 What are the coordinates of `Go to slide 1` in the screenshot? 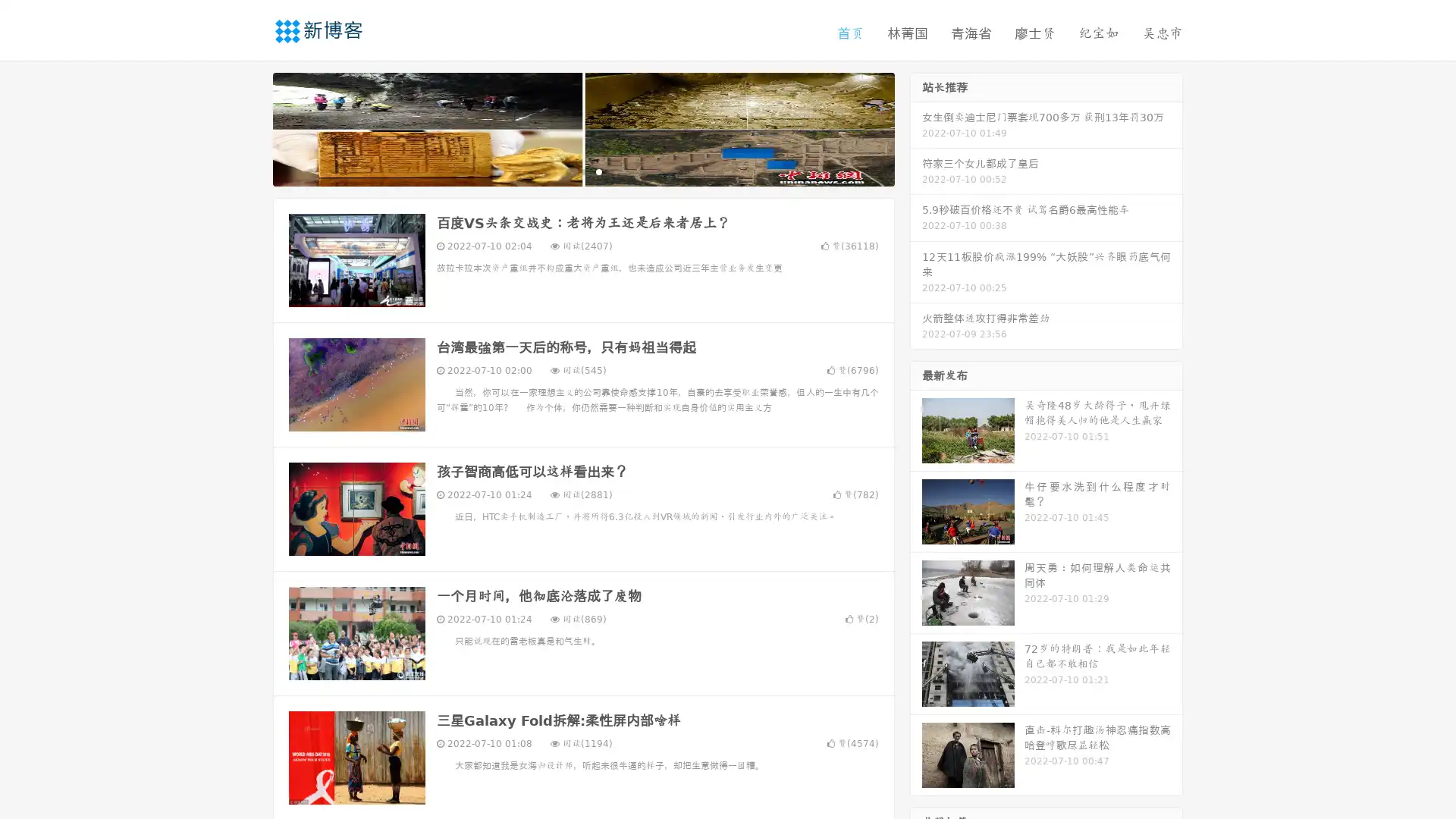 It's located at (567, 171).